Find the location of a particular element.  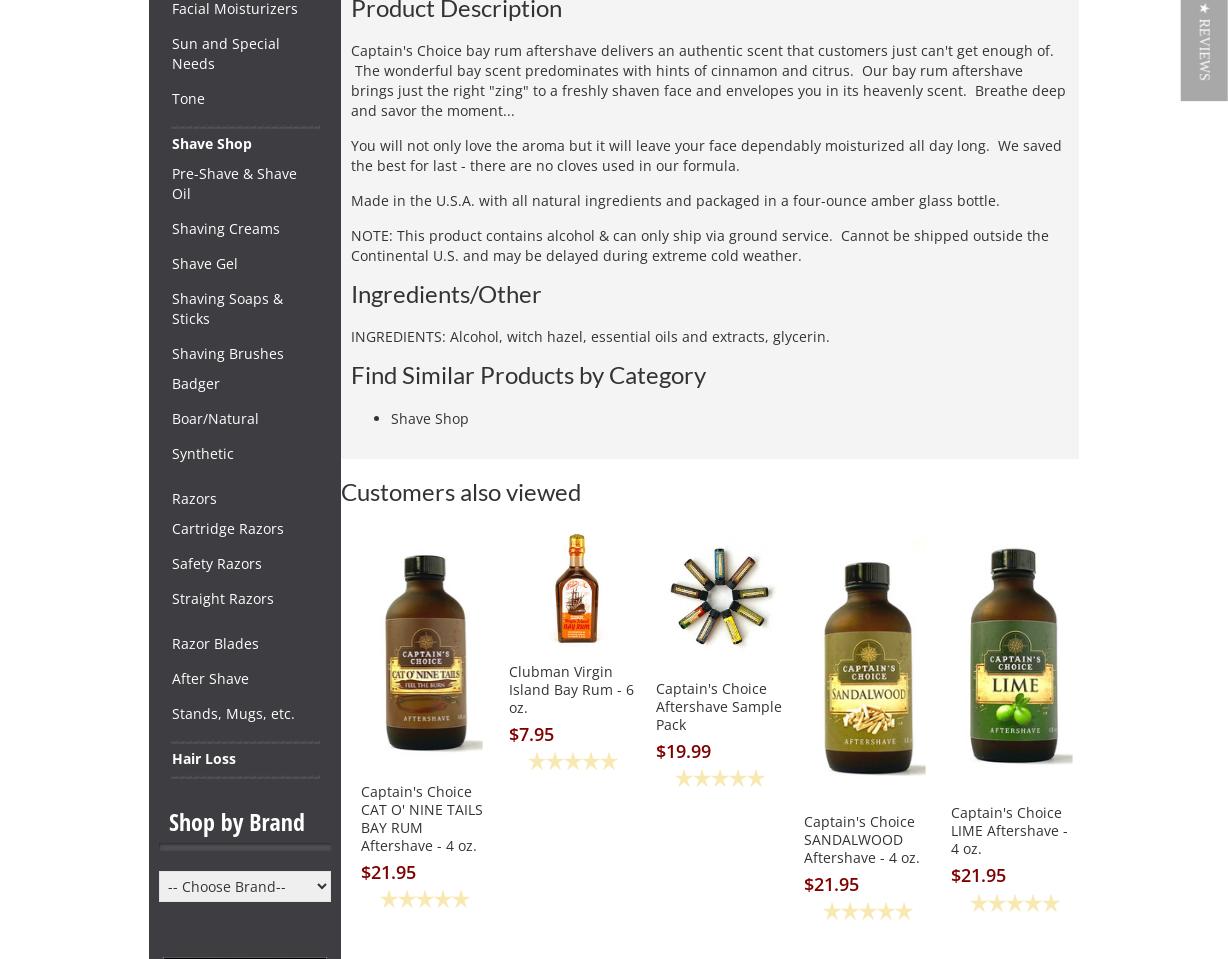

'Captain's Choice SANDALWOOD Aftershave - 4 oz.' is located at coordinates (859, 837).